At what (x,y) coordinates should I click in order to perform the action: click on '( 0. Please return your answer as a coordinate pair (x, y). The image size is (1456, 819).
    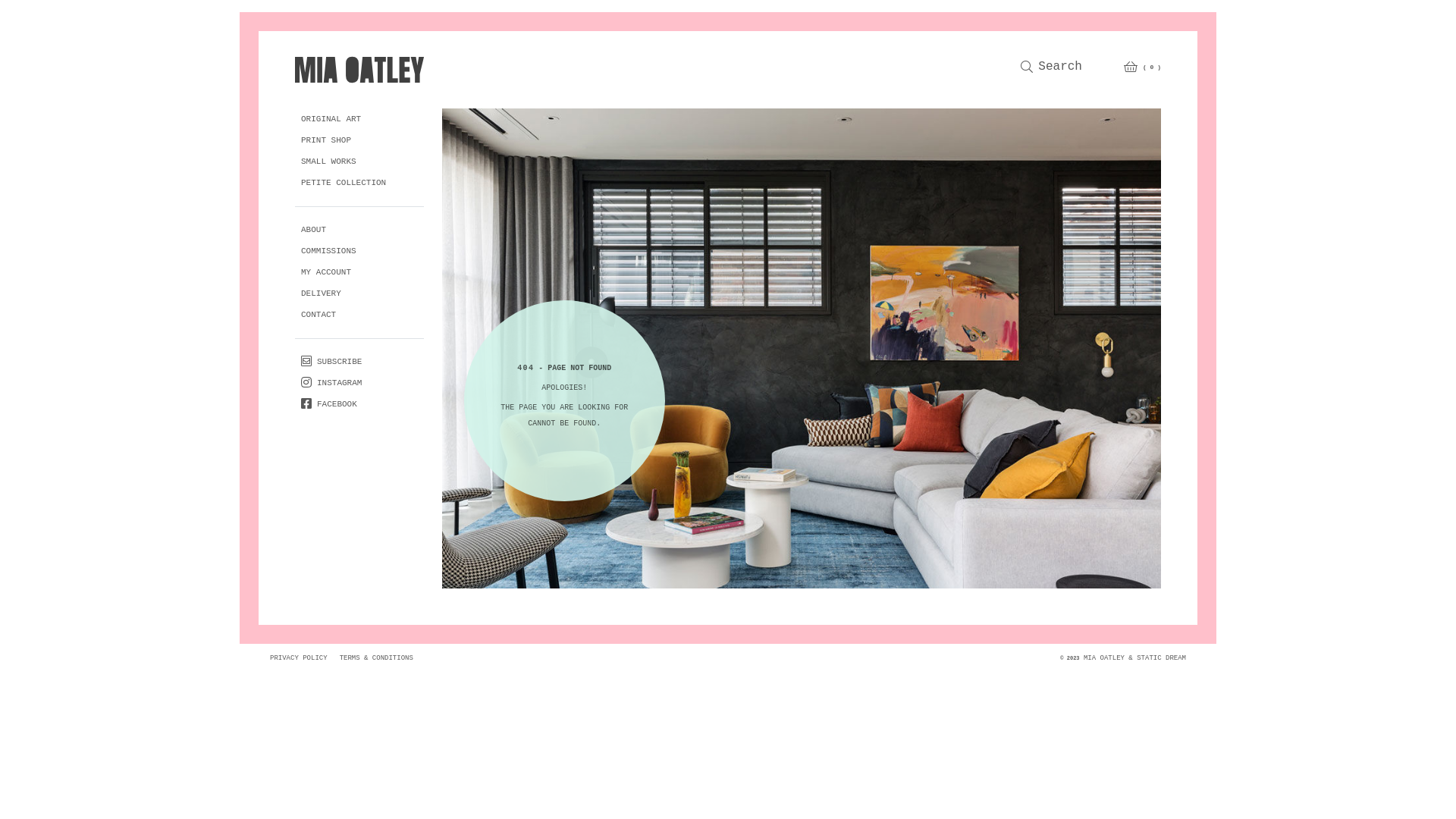
    Looking at the image, I should click on (1142, 66).